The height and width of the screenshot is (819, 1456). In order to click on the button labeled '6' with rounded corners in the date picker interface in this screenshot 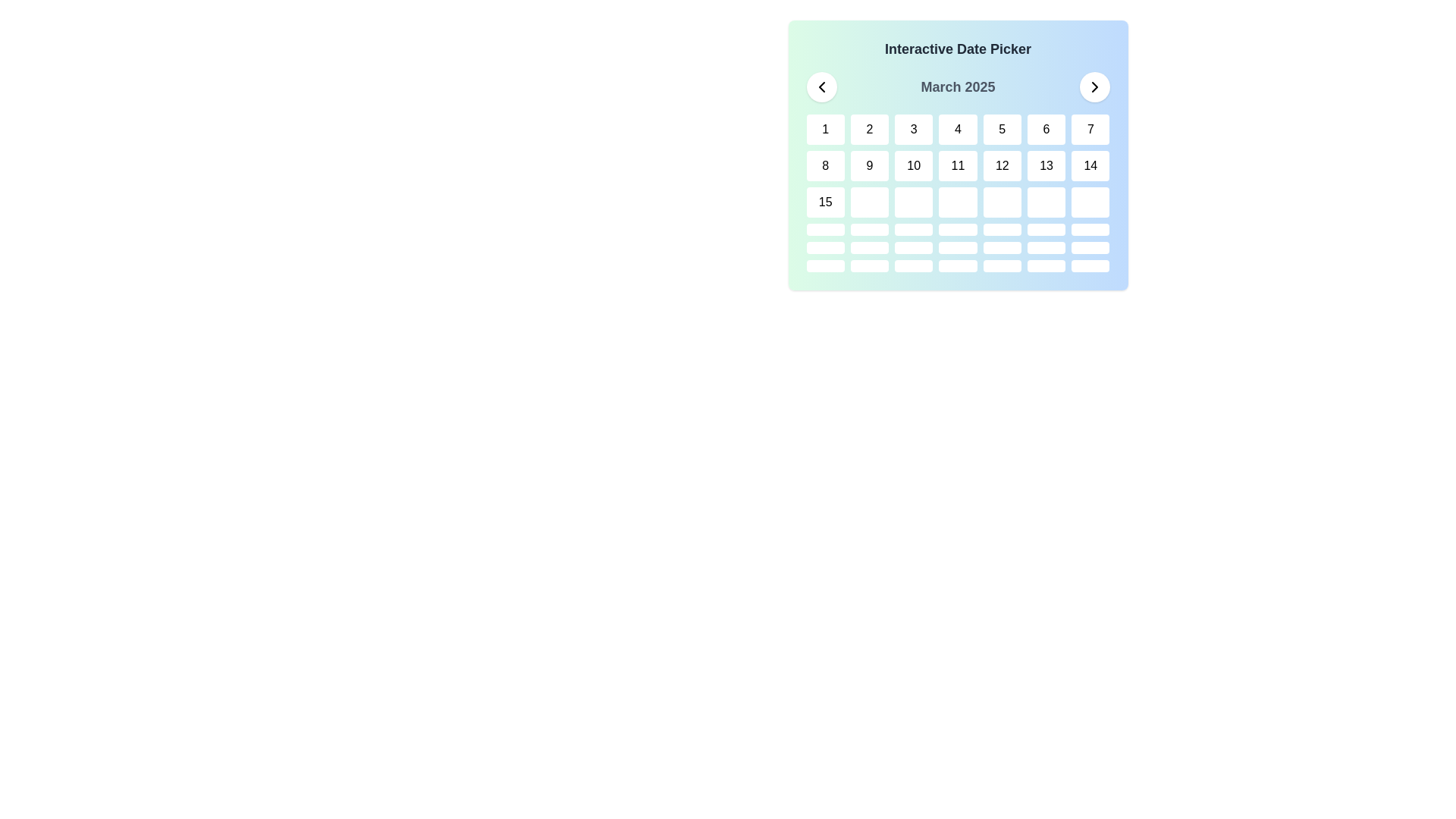, I will do `click(1046, 128)`.